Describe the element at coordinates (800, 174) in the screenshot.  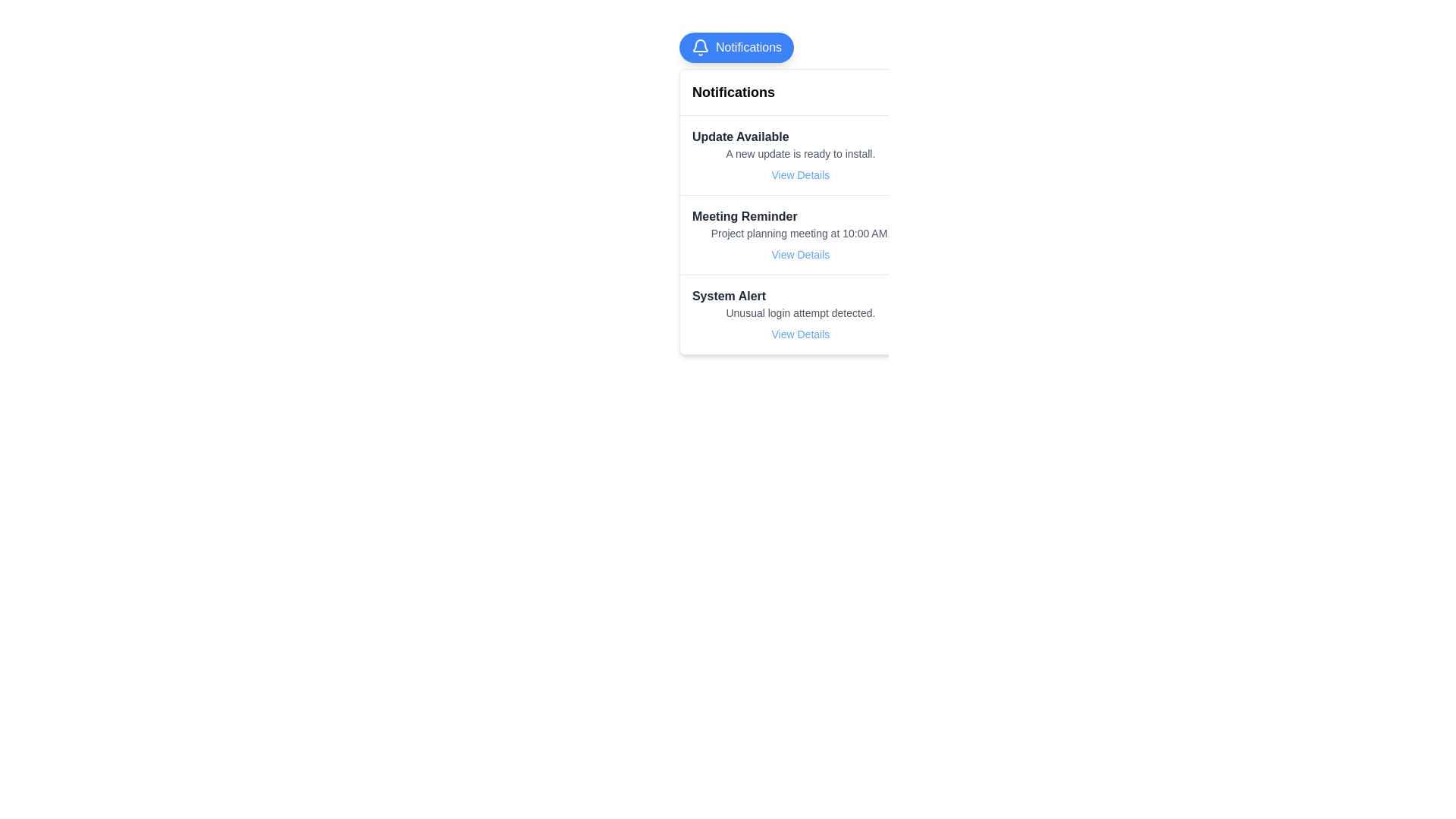
I see `the third hyperlink under the notification marked 'Update Available' that provides additional information about the update` at that location.